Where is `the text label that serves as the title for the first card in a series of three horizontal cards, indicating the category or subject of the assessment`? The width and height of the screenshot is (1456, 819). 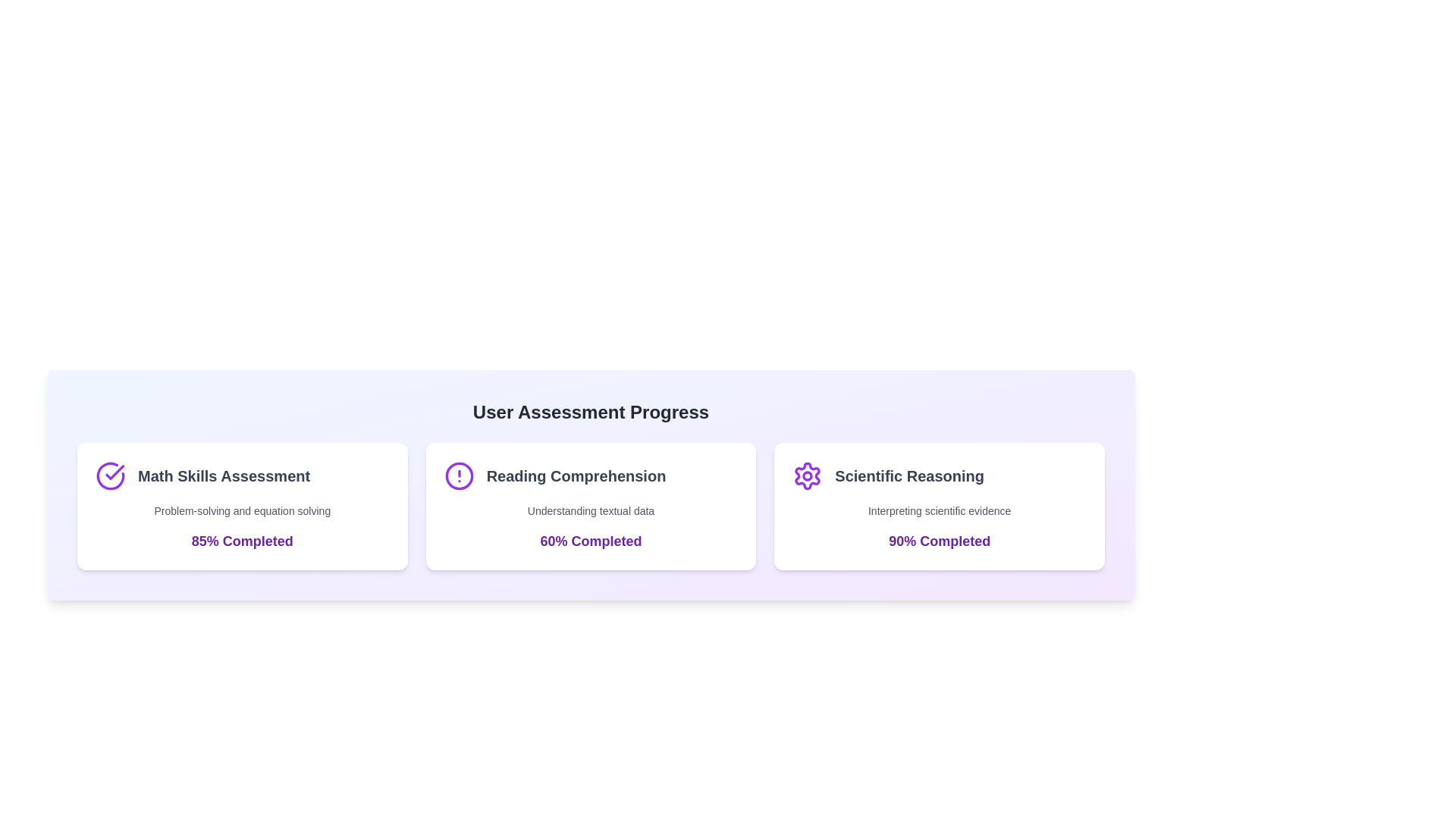 the text label that serves as the title for the first card in a series of three horizontal cards, indicating the category or subject of the assessment is located at coordinates (223, 475).